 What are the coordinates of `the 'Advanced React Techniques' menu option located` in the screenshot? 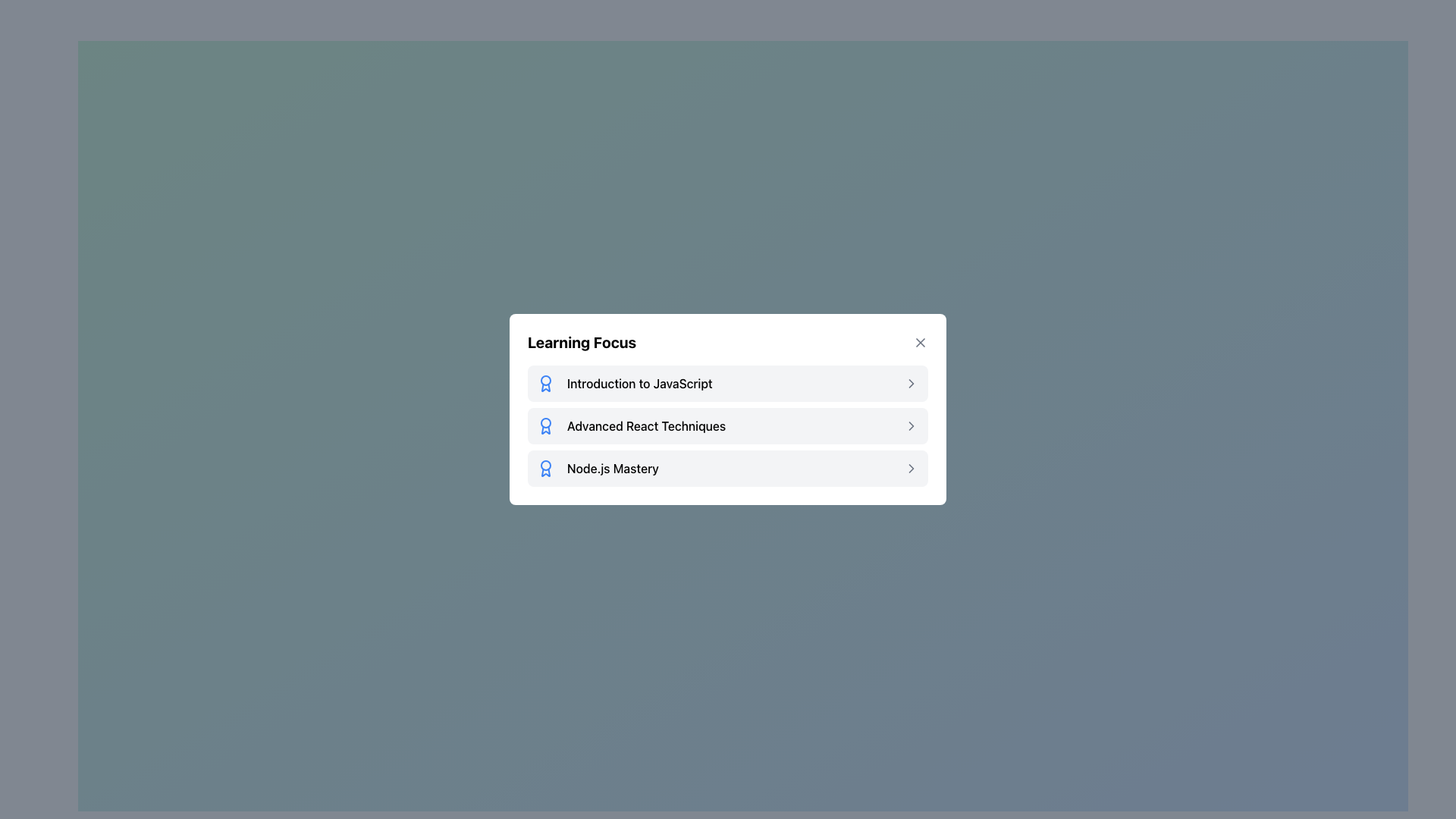 It's located at (728, 409).